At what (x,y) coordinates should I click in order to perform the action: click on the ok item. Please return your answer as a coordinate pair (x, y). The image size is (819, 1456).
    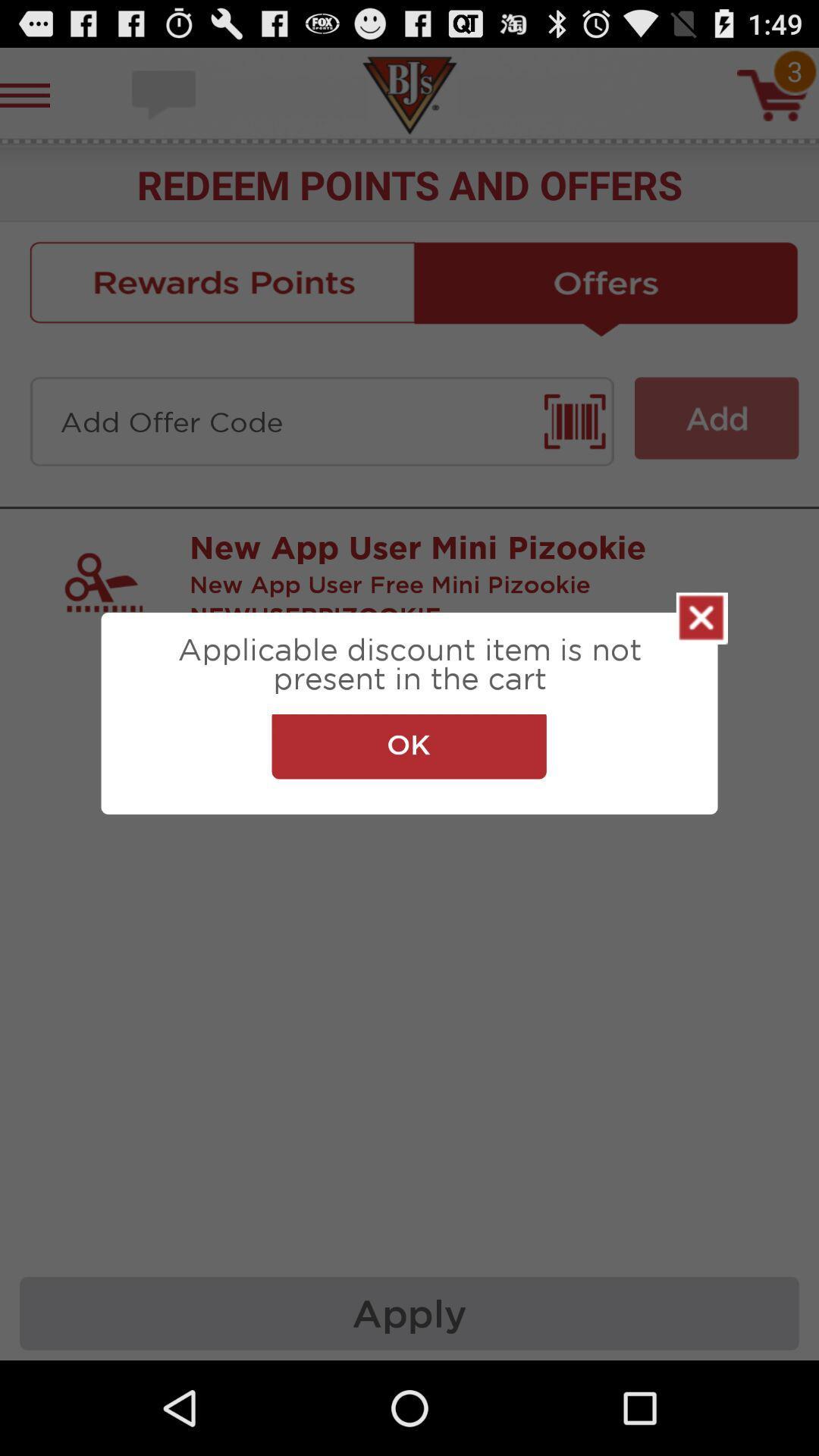
    Looking at the image, I should click on (408, 746).